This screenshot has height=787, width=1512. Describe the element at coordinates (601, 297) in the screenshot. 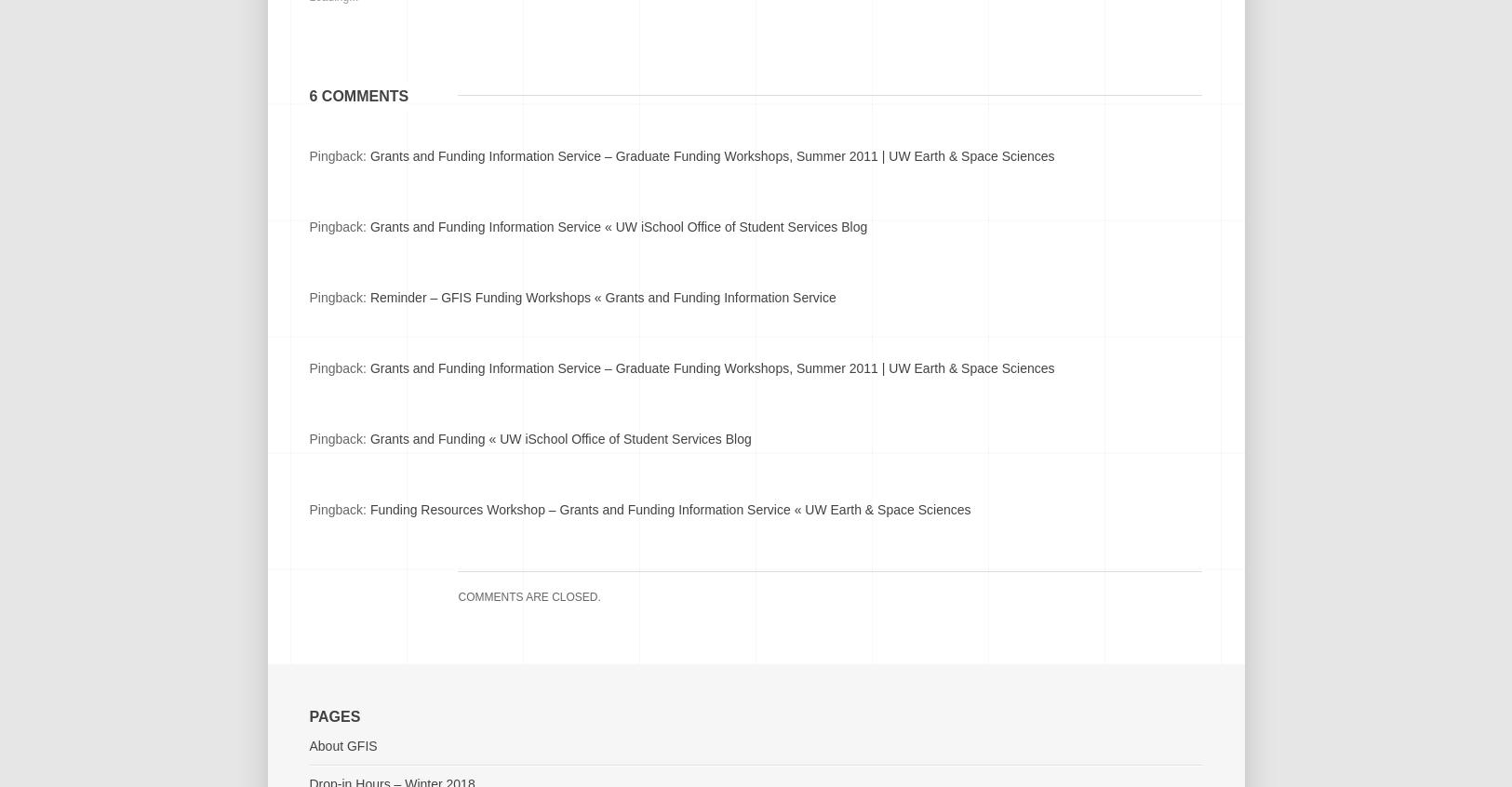

I see `'Reminder – GFIS Funding Workshops « Grants and Funding Information Service'` at that location.